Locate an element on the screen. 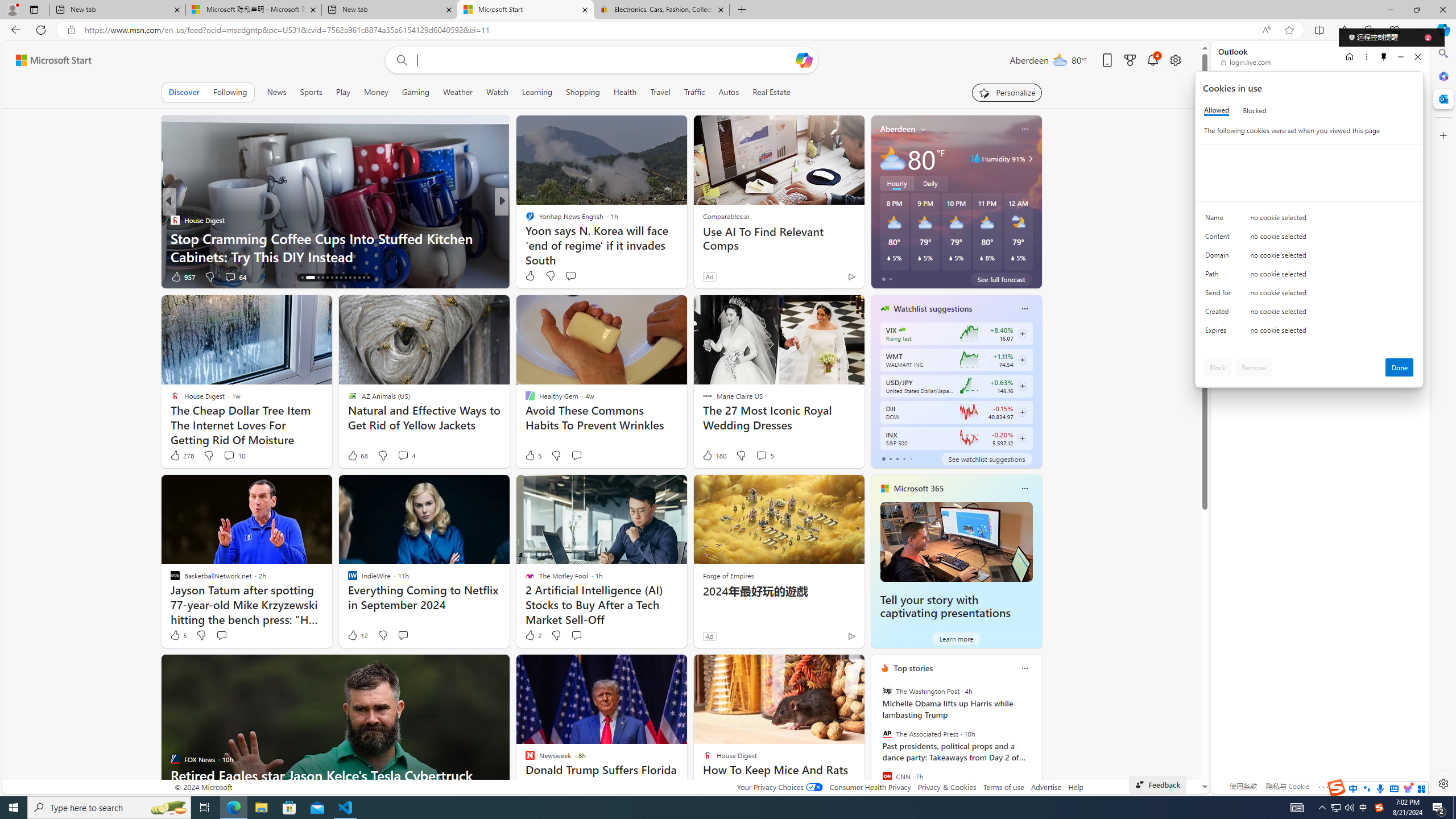  'View comments 4 Comment' is located at coordinates (403, 455).